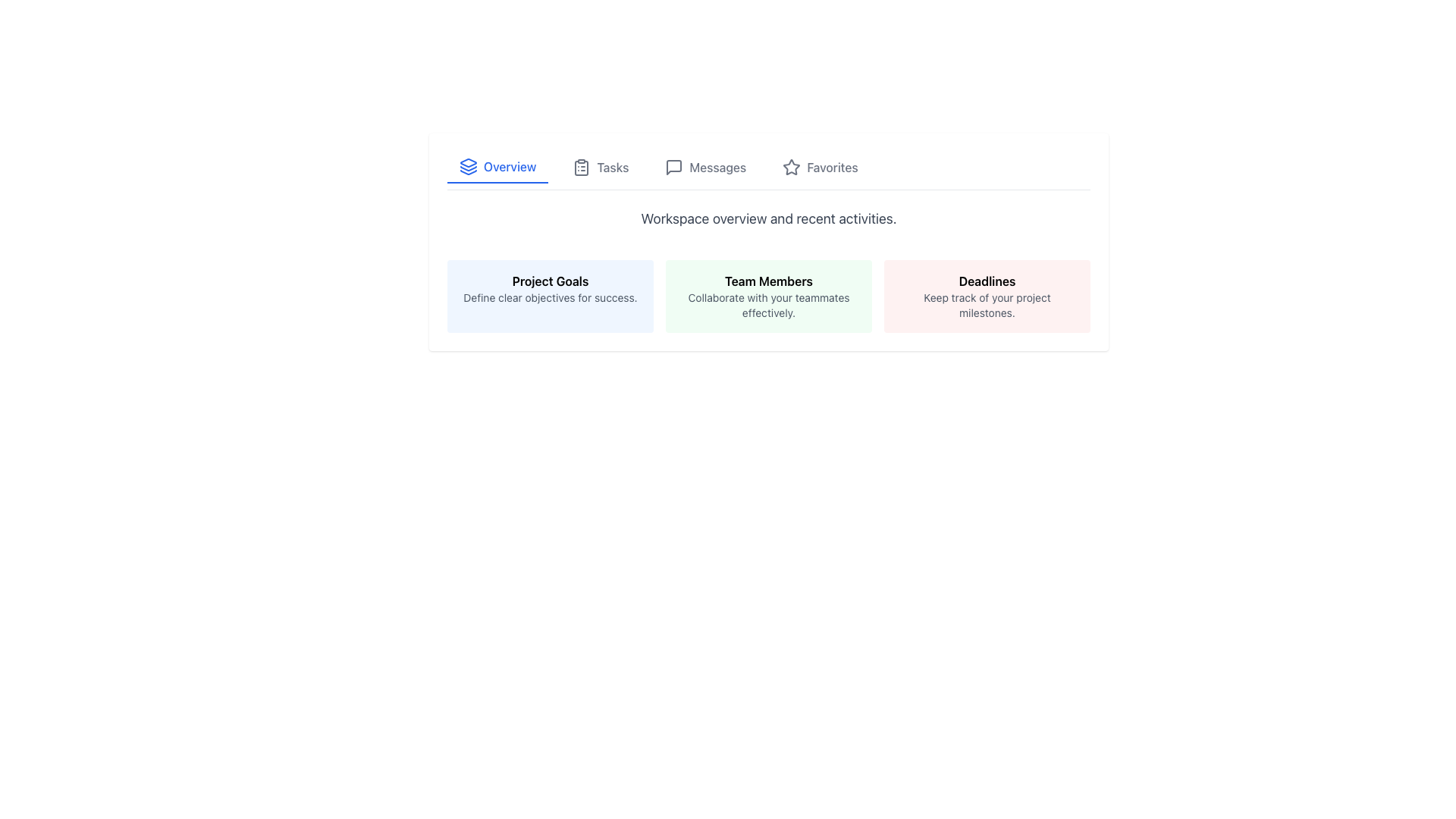 The height and width of the screenshot is (819, 1456). Describe the element at coordinates (768, 219) in the screenshot. I see `the centered text element displaying 'Workspace overview and recent activities.' which is located beneath the navigation bar and above the three-column grid layout` at that location.